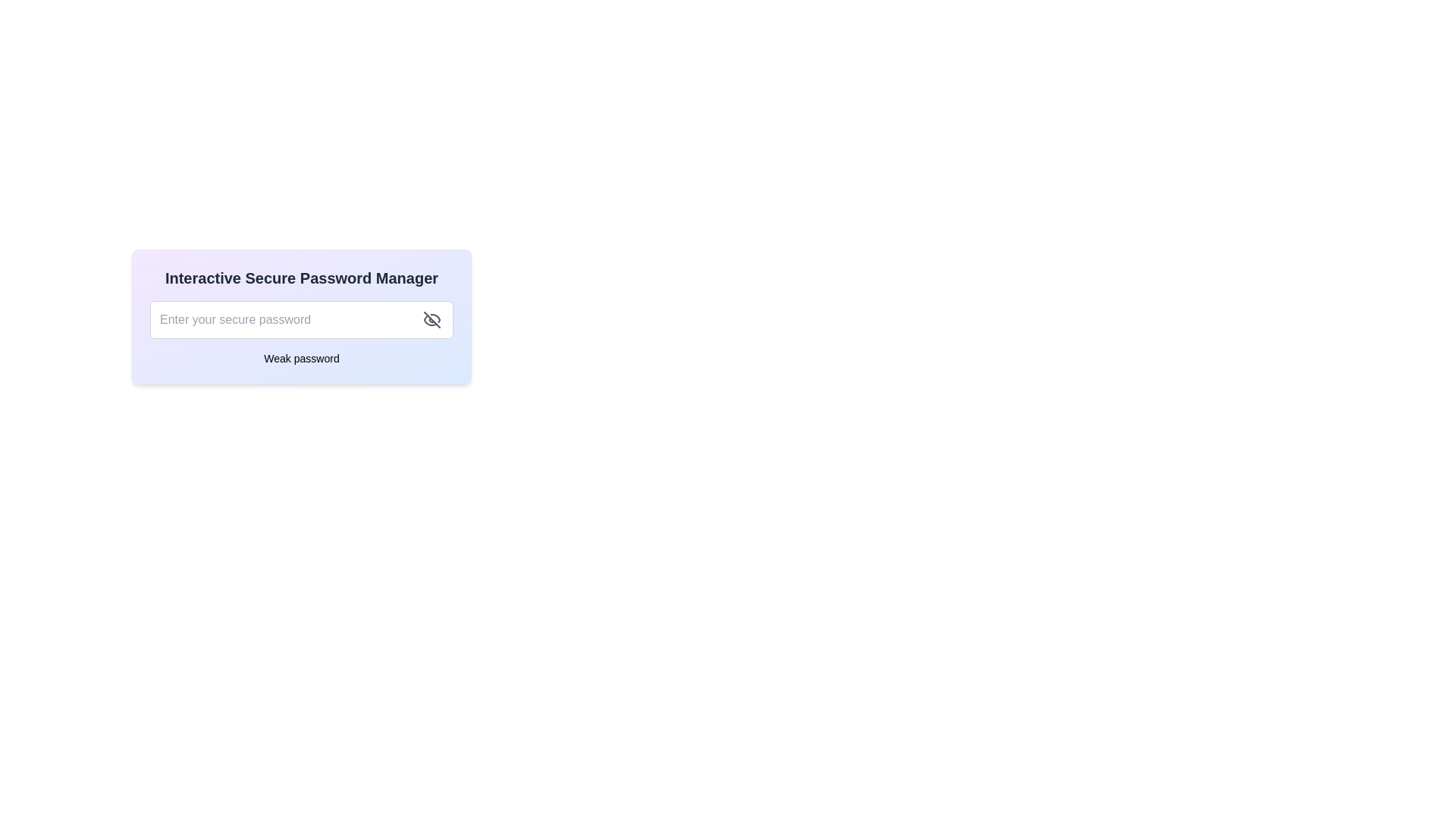 This screenshot has height=819, width=1456. Describe the element at coordinates (431, 318) in the screenshot. I see `the eye with a slash icon button` at that location.